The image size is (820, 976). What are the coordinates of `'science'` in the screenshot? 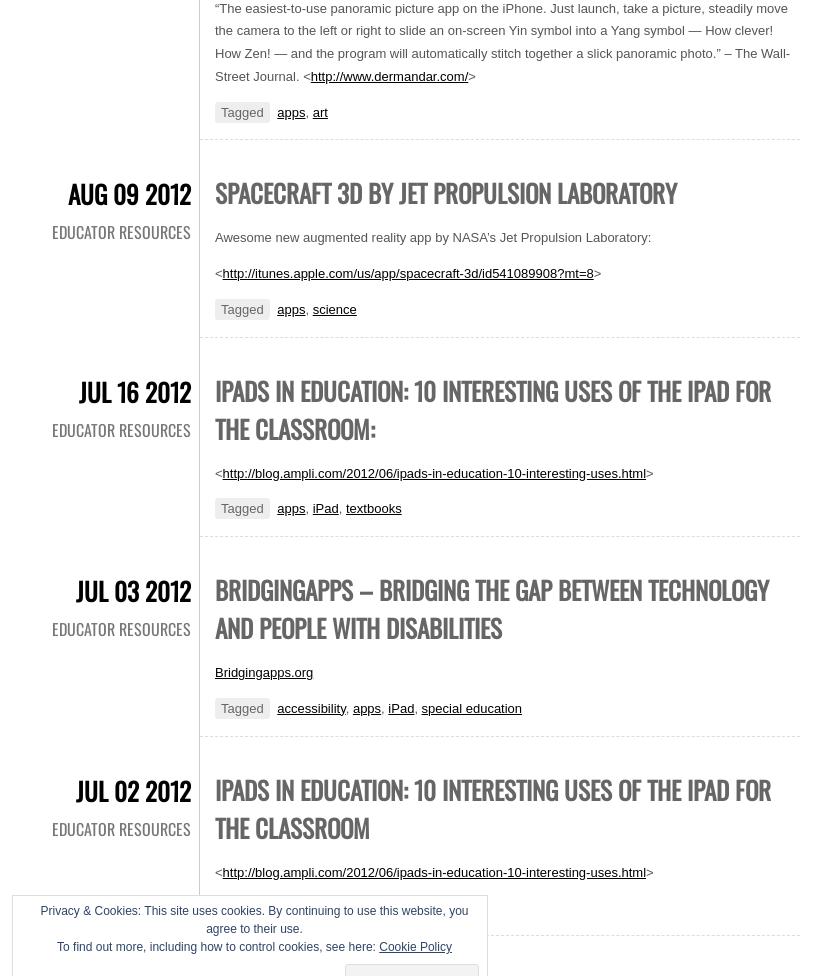 It's located at (332, 308).